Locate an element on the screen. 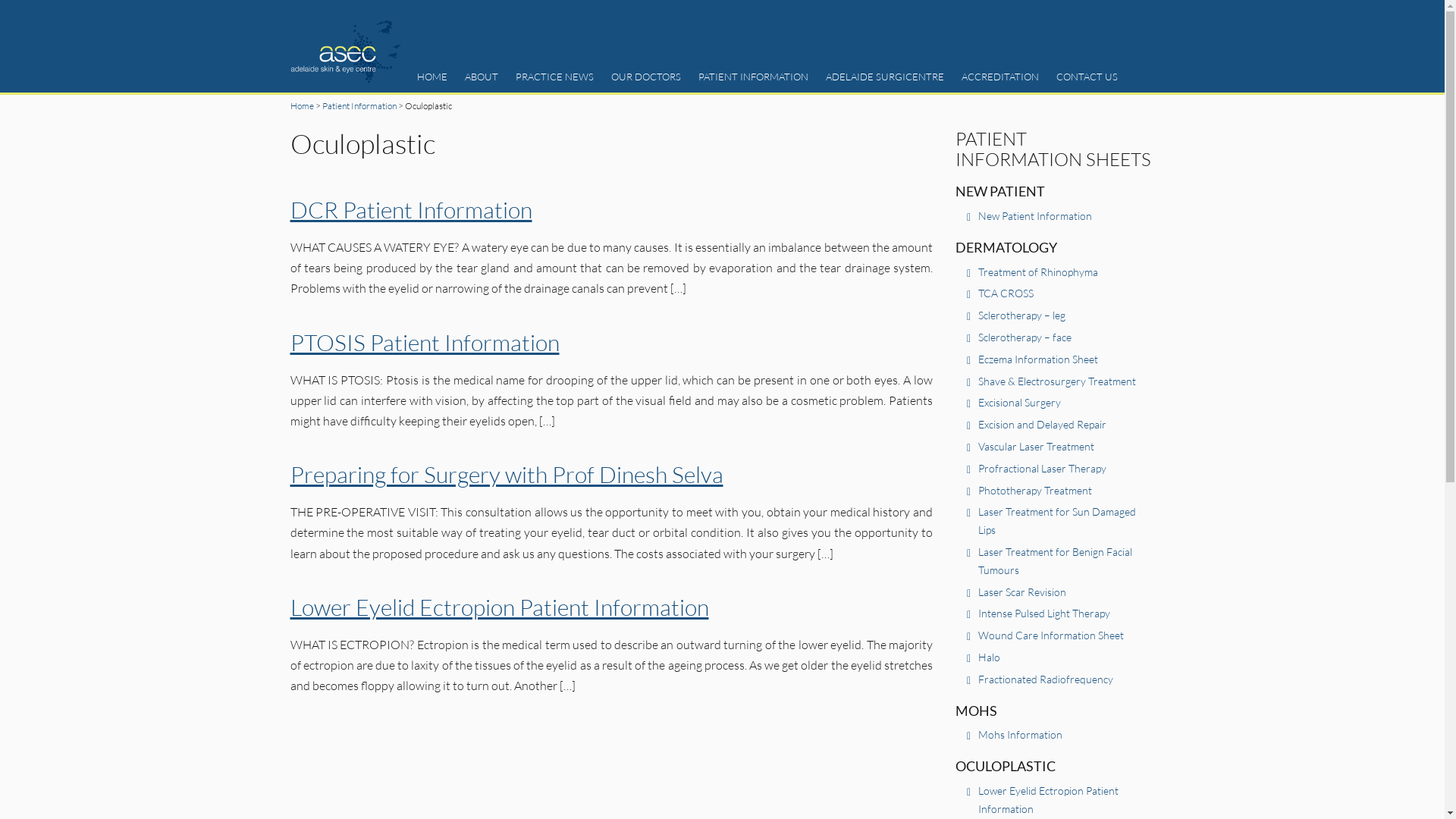 The height and width of the screenshot is (819, 1456). 'Laser Scar Revision' is located at coordinates (1022, 591).